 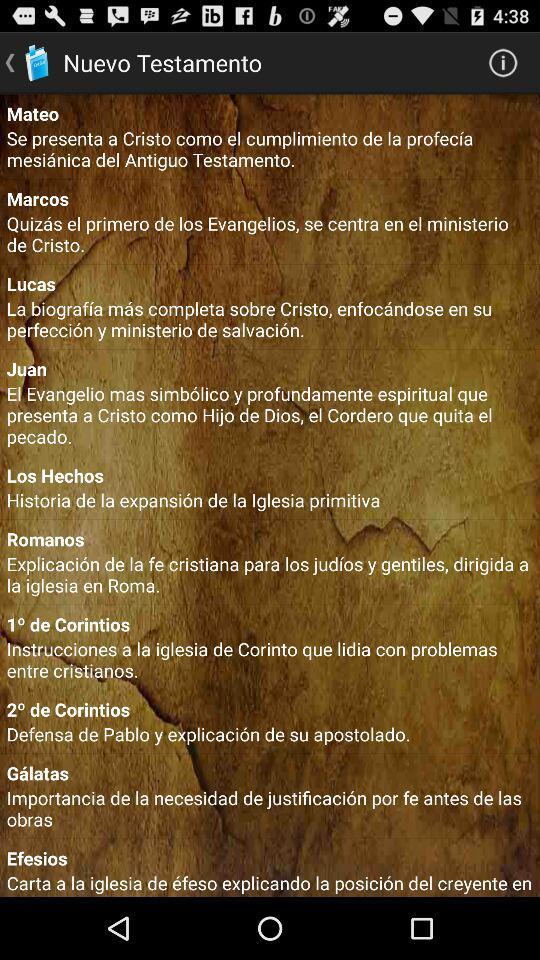 What do you see at coordinates (270, 808) in the screenshot?
I see `app above the efesios icon` at bounding box center [270, 808].